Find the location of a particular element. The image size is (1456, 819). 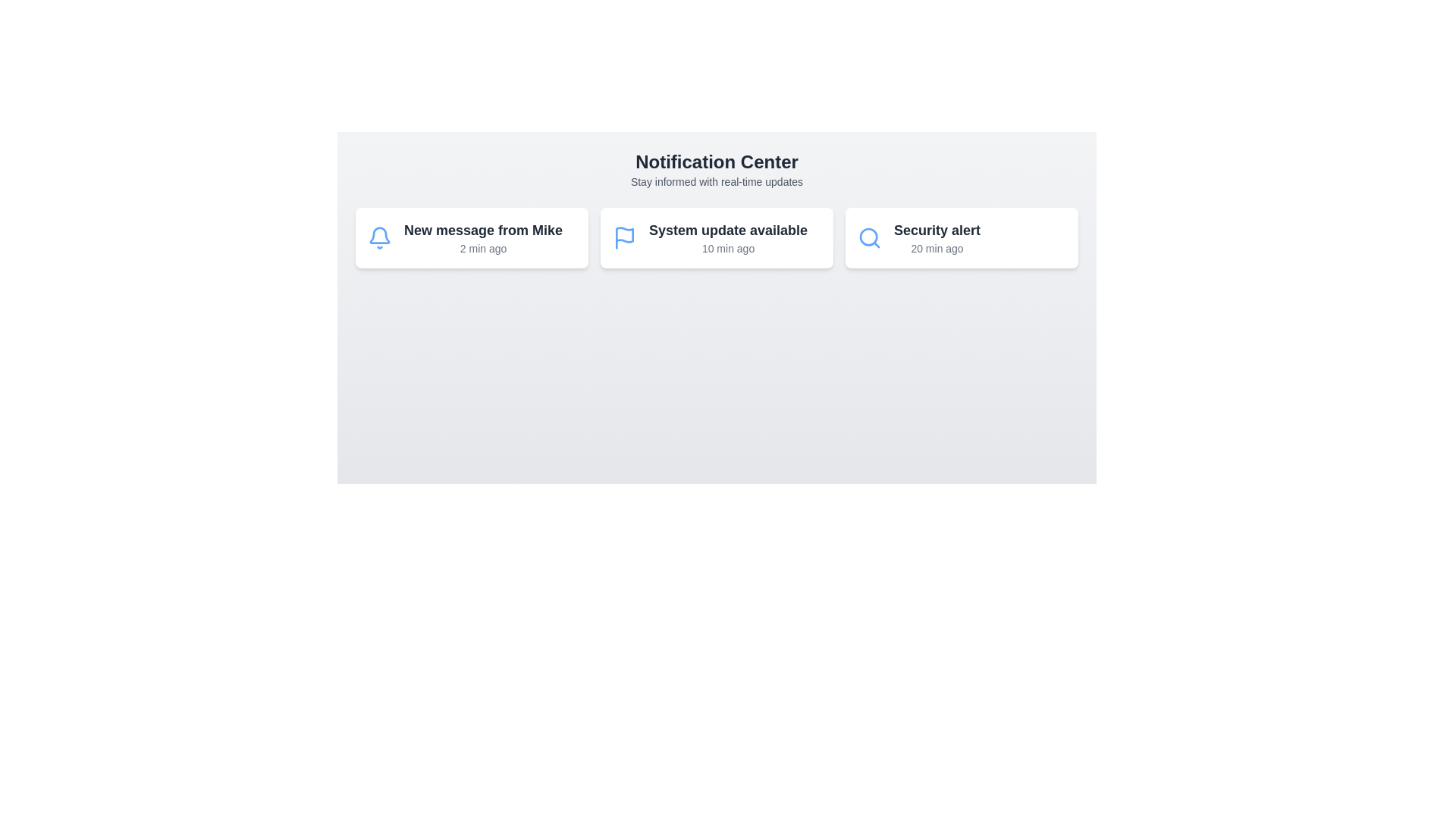

the text label displaying '20 min ago', which is located beneath the 'Security alert' text in the third notification card from the left is located at coordinates (937, 247).